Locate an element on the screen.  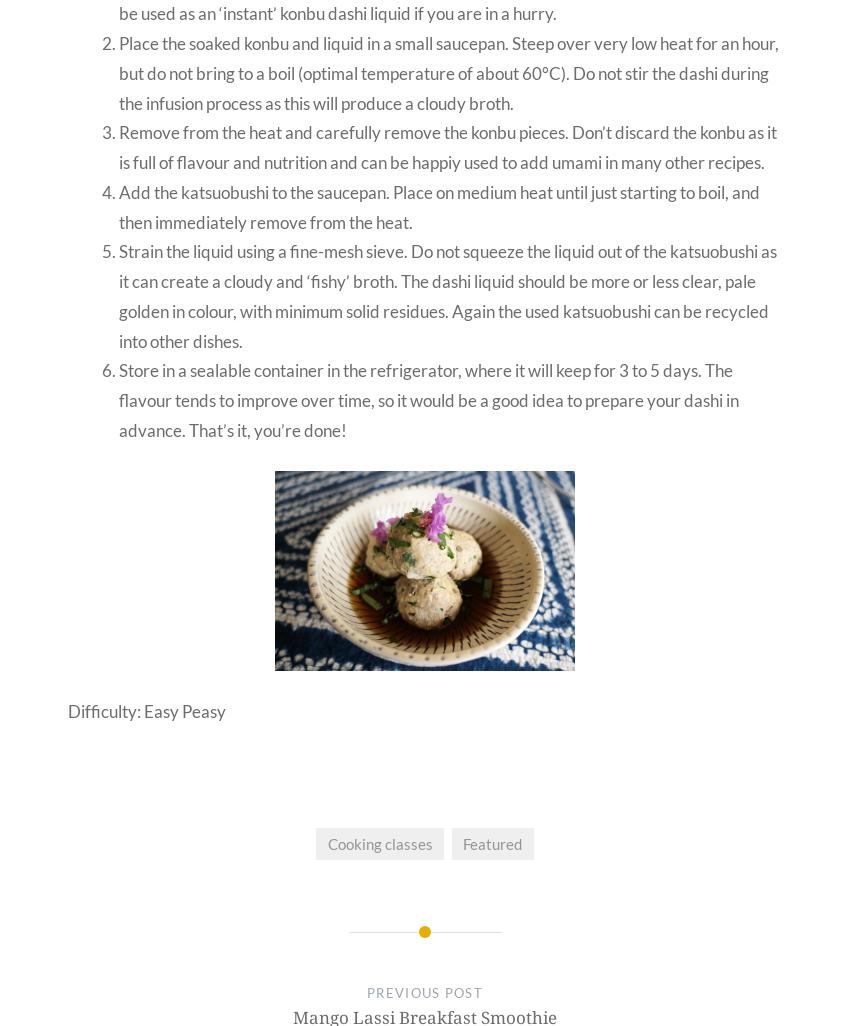
'Previous Post' is located at coordinates (366, 991).